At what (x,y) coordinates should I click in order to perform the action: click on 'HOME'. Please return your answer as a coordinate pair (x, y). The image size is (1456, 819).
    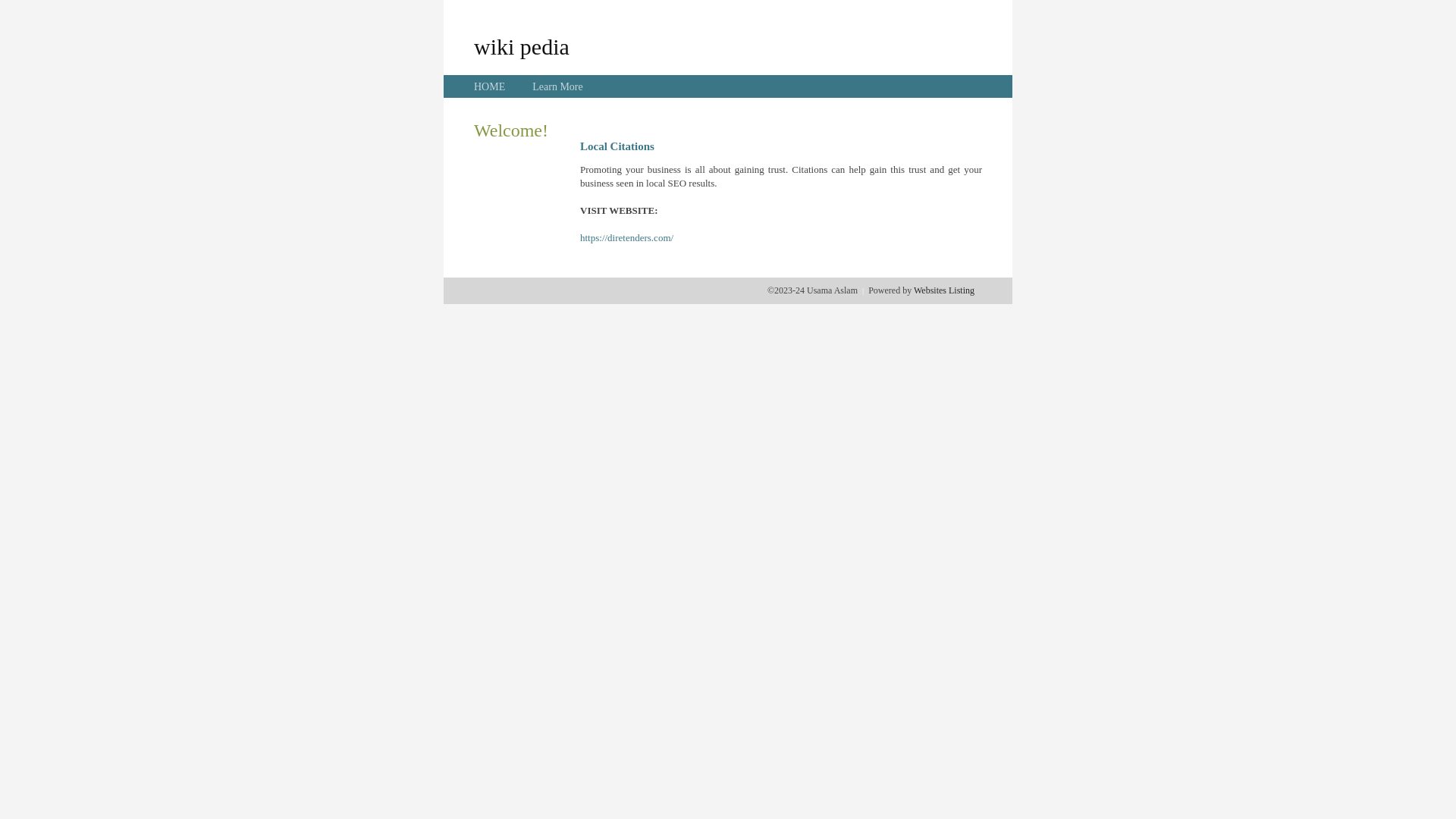
    Looking at the image, I should click on (472, 86).